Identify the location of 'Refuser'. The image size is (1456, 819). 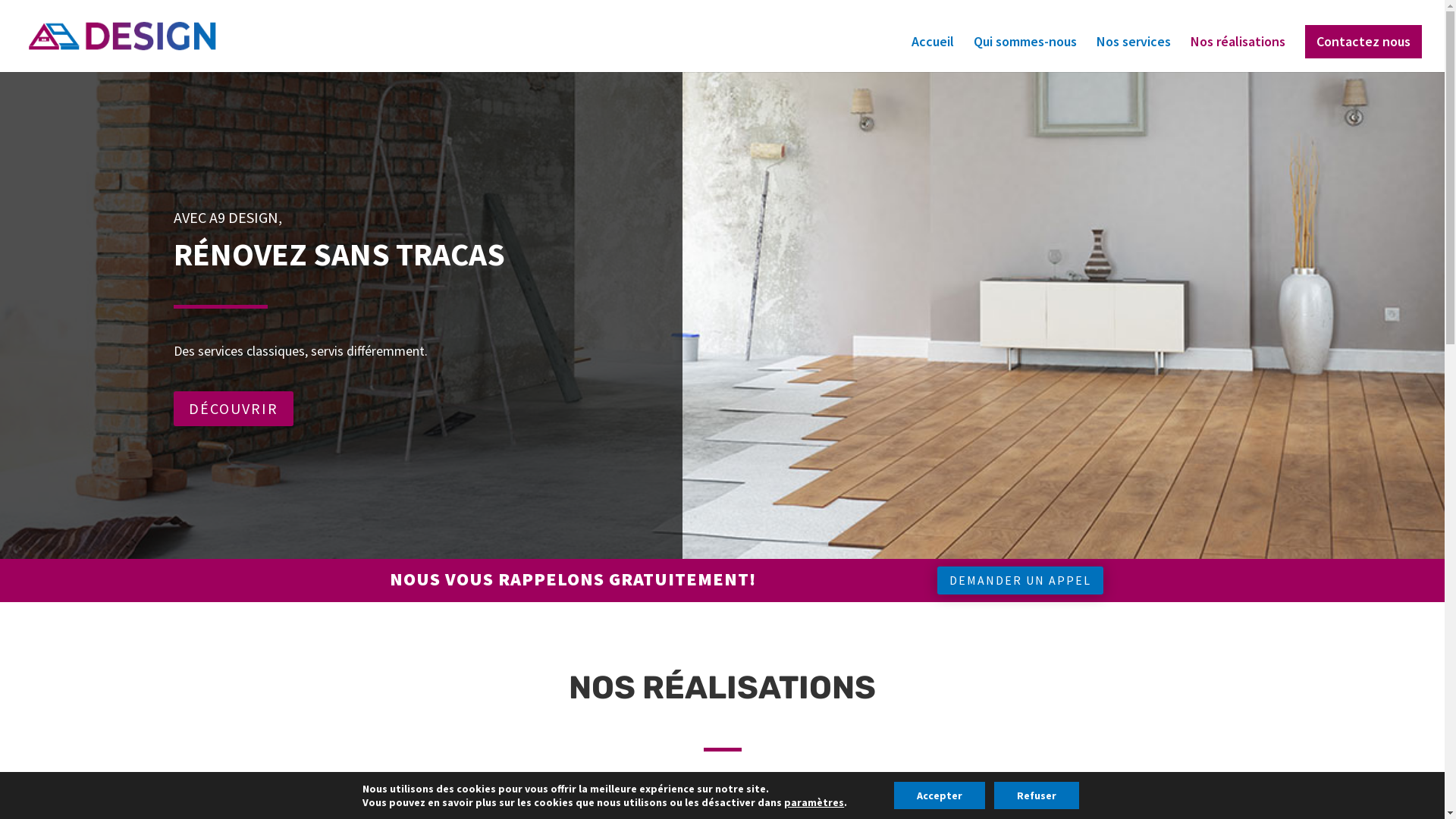
(993, 795).